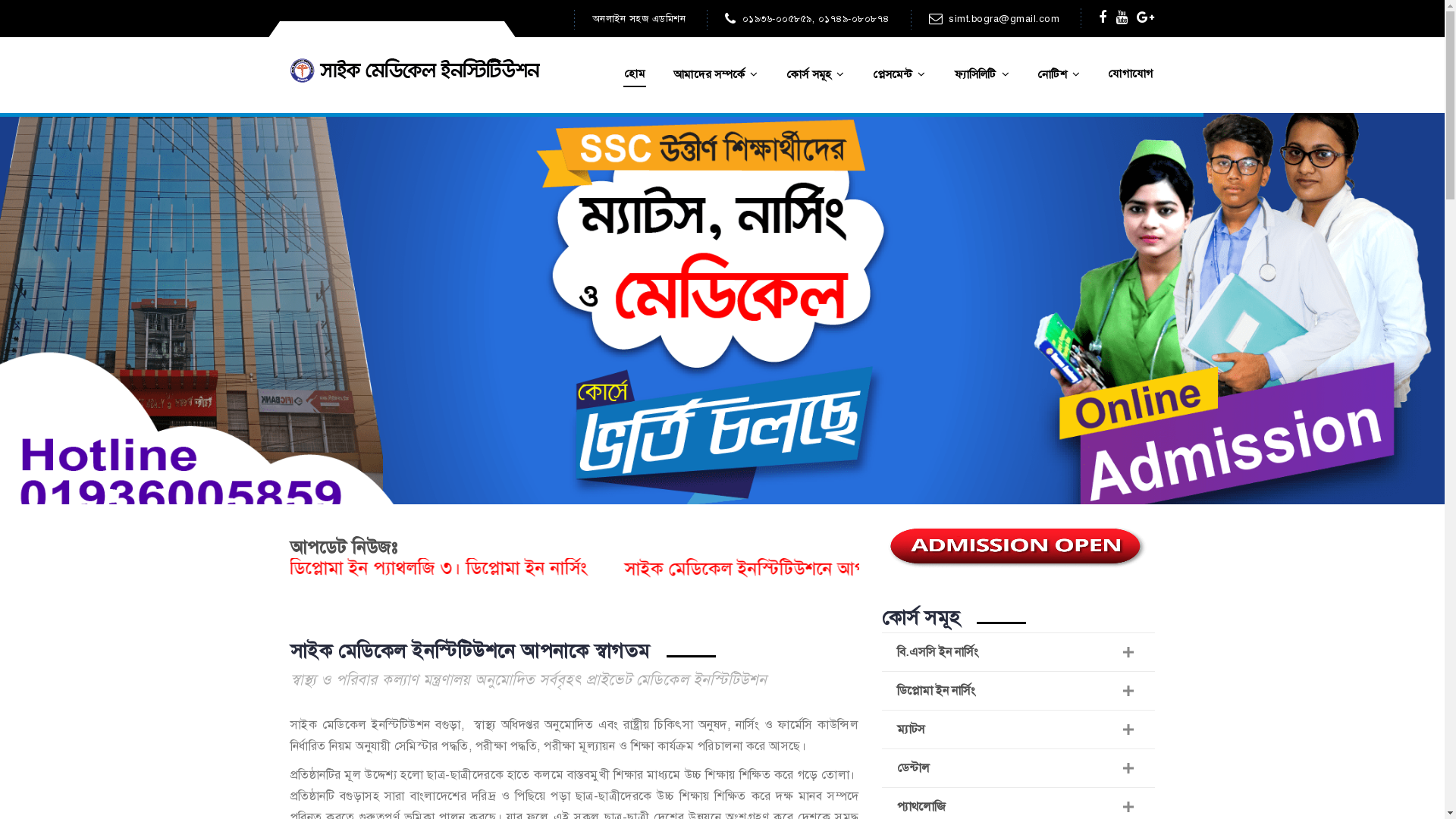 Image resolution: width=1456 pixels, height=819 pixels. What do you see at coordinates (1122, 17) in the screenshot?
I see `'YouTube'` at bounding box center [1122, 17].